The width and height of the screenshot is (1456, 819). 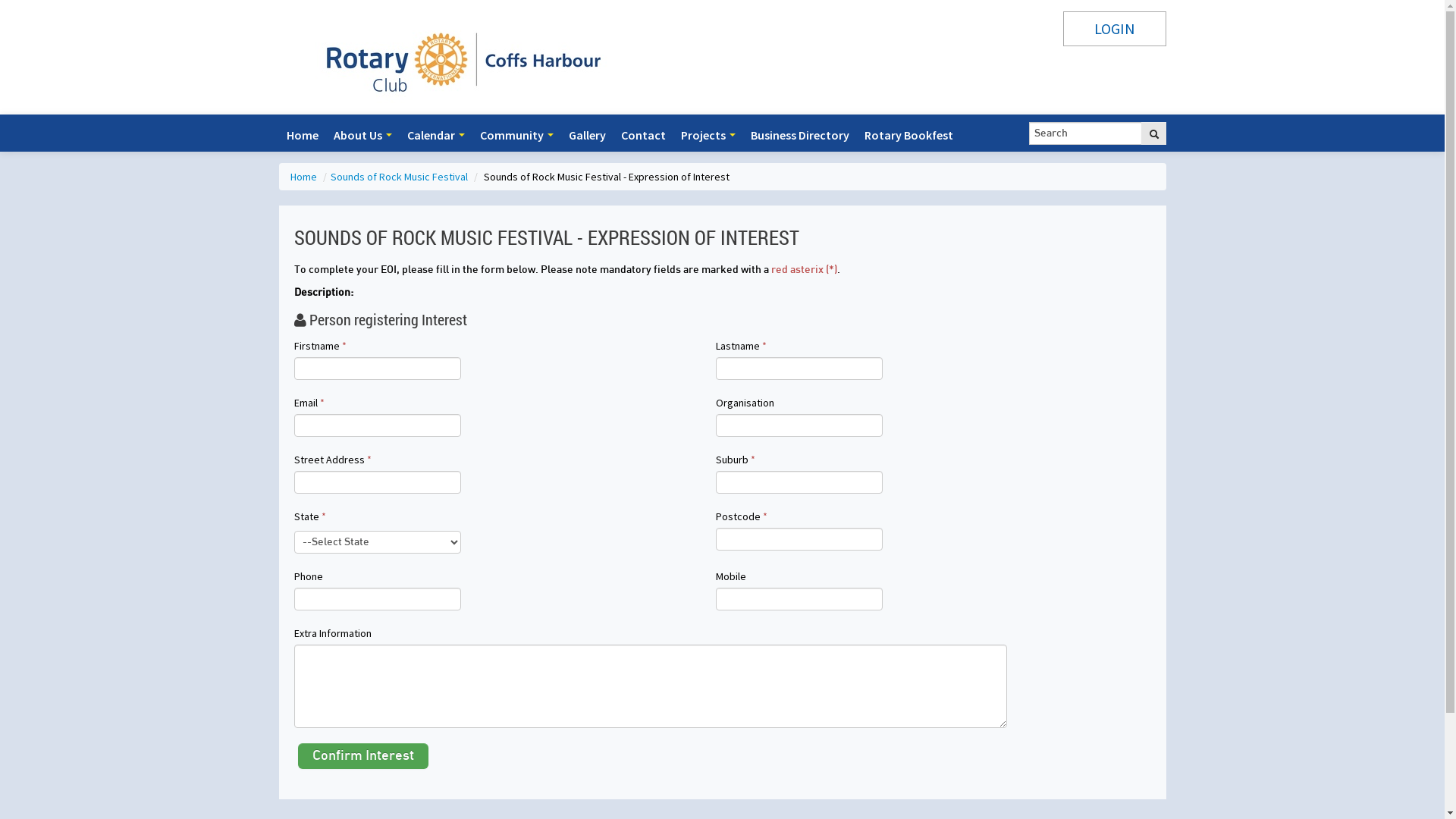 I want to click on 'Gallery', so click(x=586, y=133).